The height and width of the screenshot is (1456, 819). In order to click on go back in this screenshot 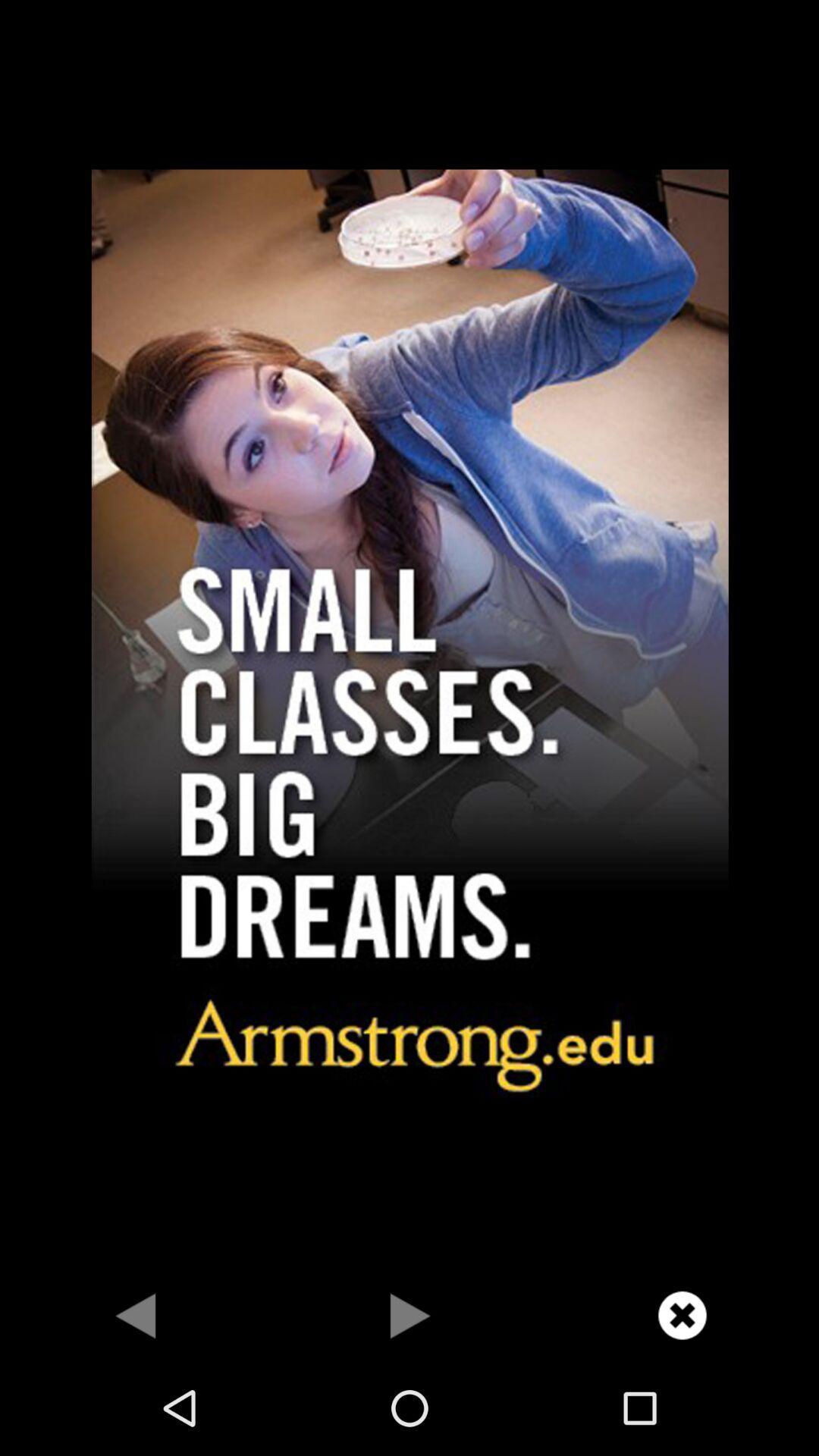, I will do `click(136, 1314)`.